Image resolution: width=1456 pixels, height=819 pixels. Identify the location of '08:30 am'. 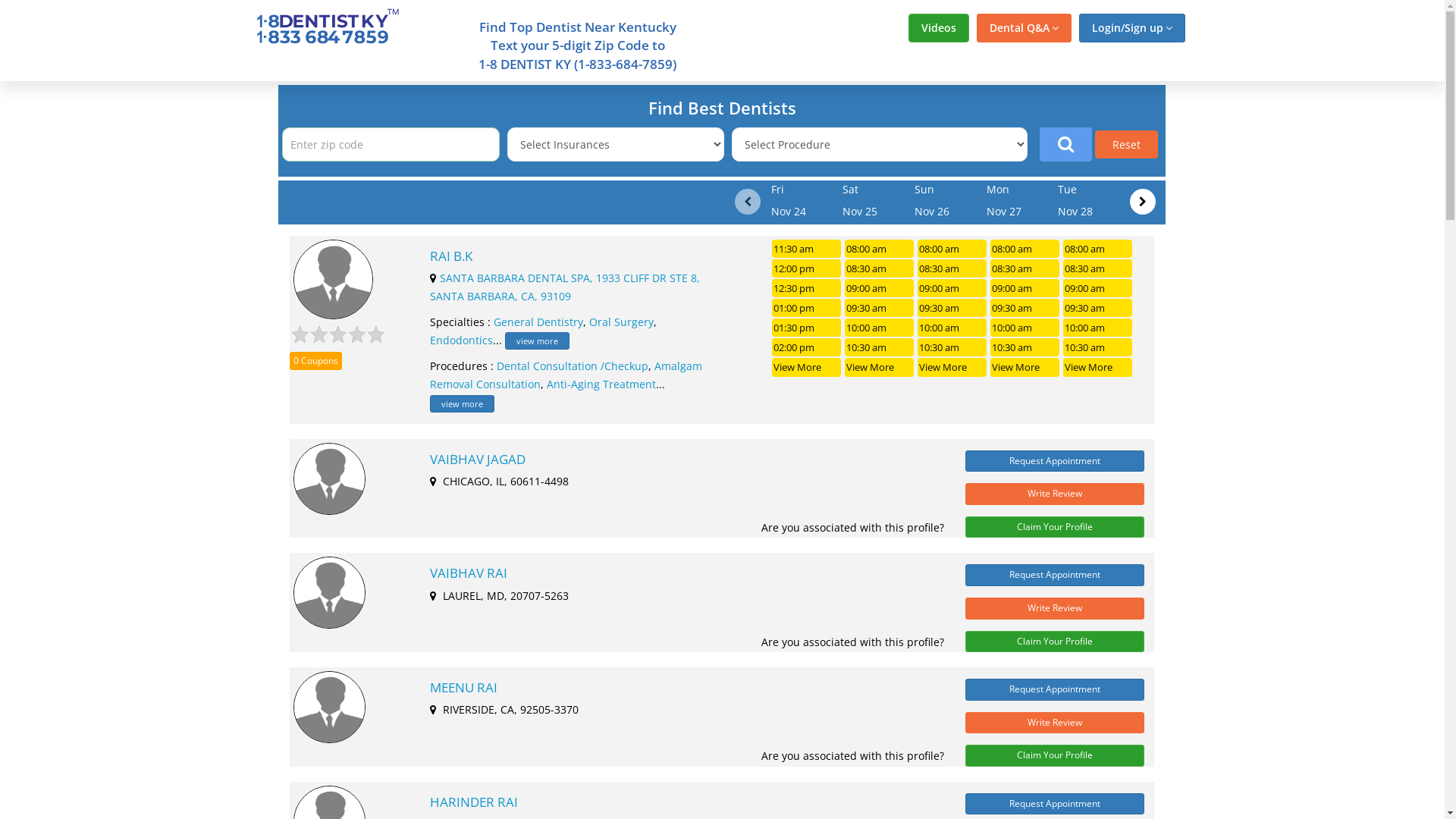
(951, 268).